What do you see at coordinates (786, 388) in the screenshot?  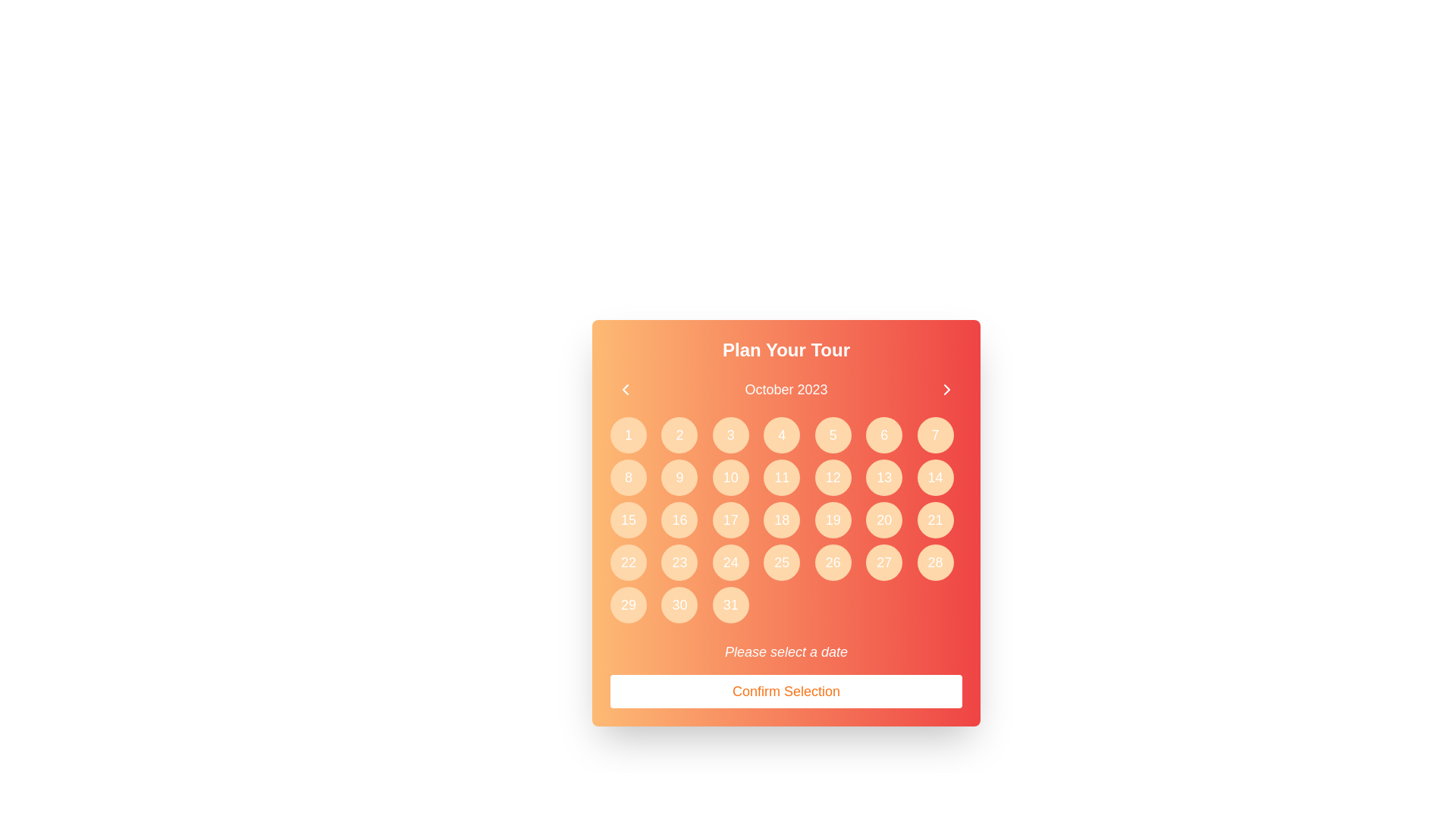 I see `the Text header displaying the current month and year in the calendar interface, located below the title 'Plan Your Tour'` at bounding box center [786, 388].